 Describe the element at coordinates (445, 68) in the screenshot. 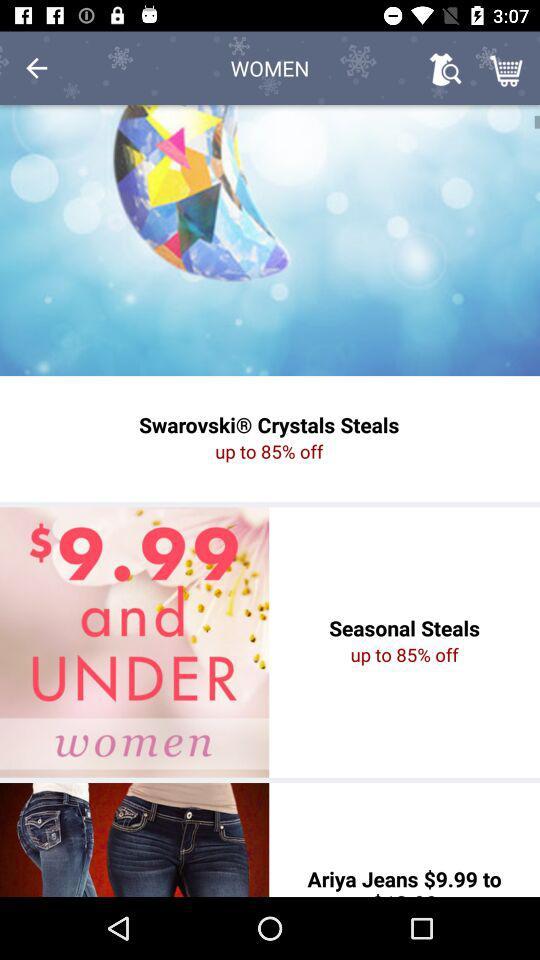

I see `the icon to the right of the women item` at that location.